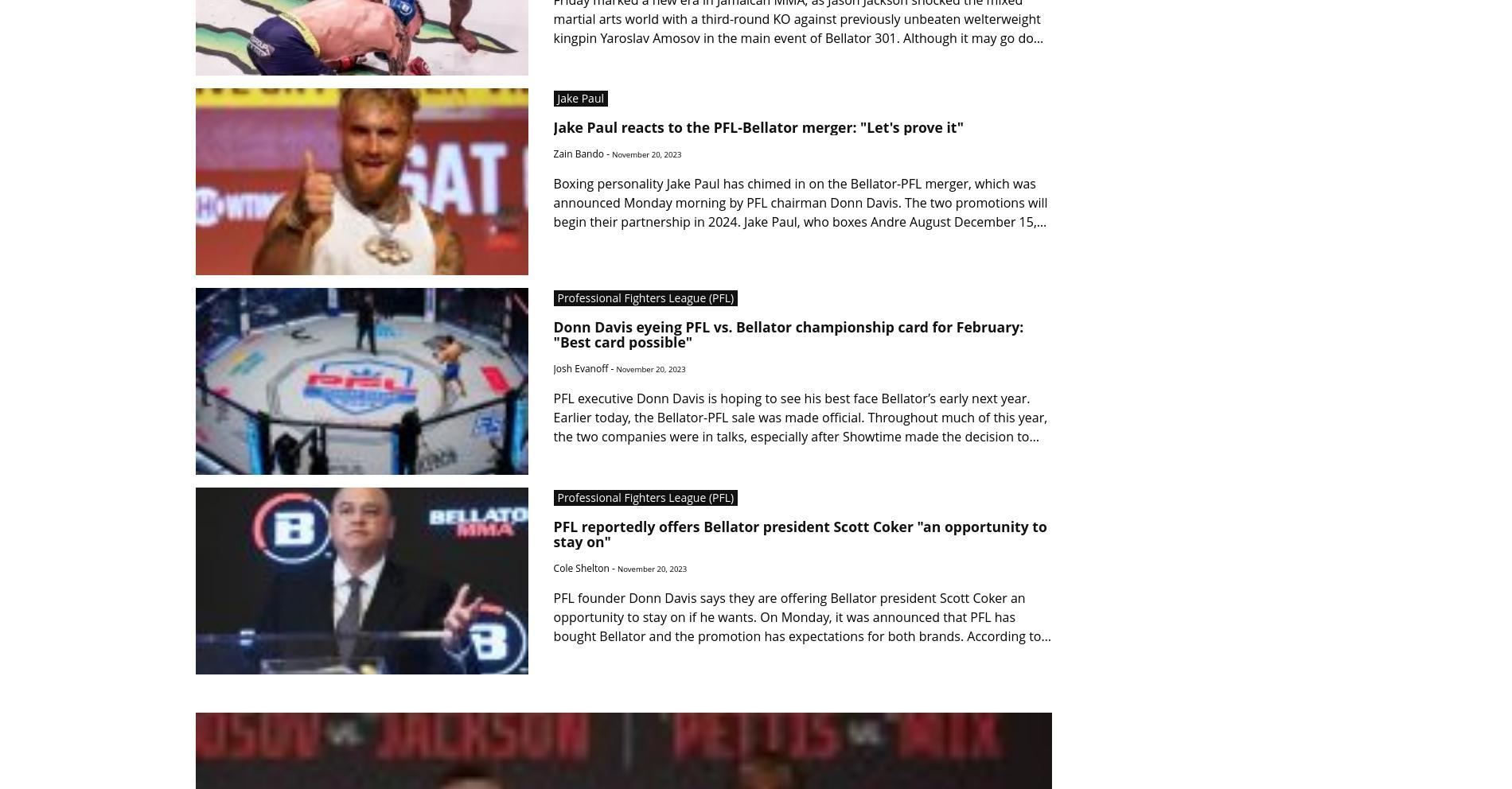  Describe the element at coordinates (788, 333) in the screenshot. I see `'Donn Davis eyeing PFL vs. Bellator championship card for February: "Best card possible"'` at that location.